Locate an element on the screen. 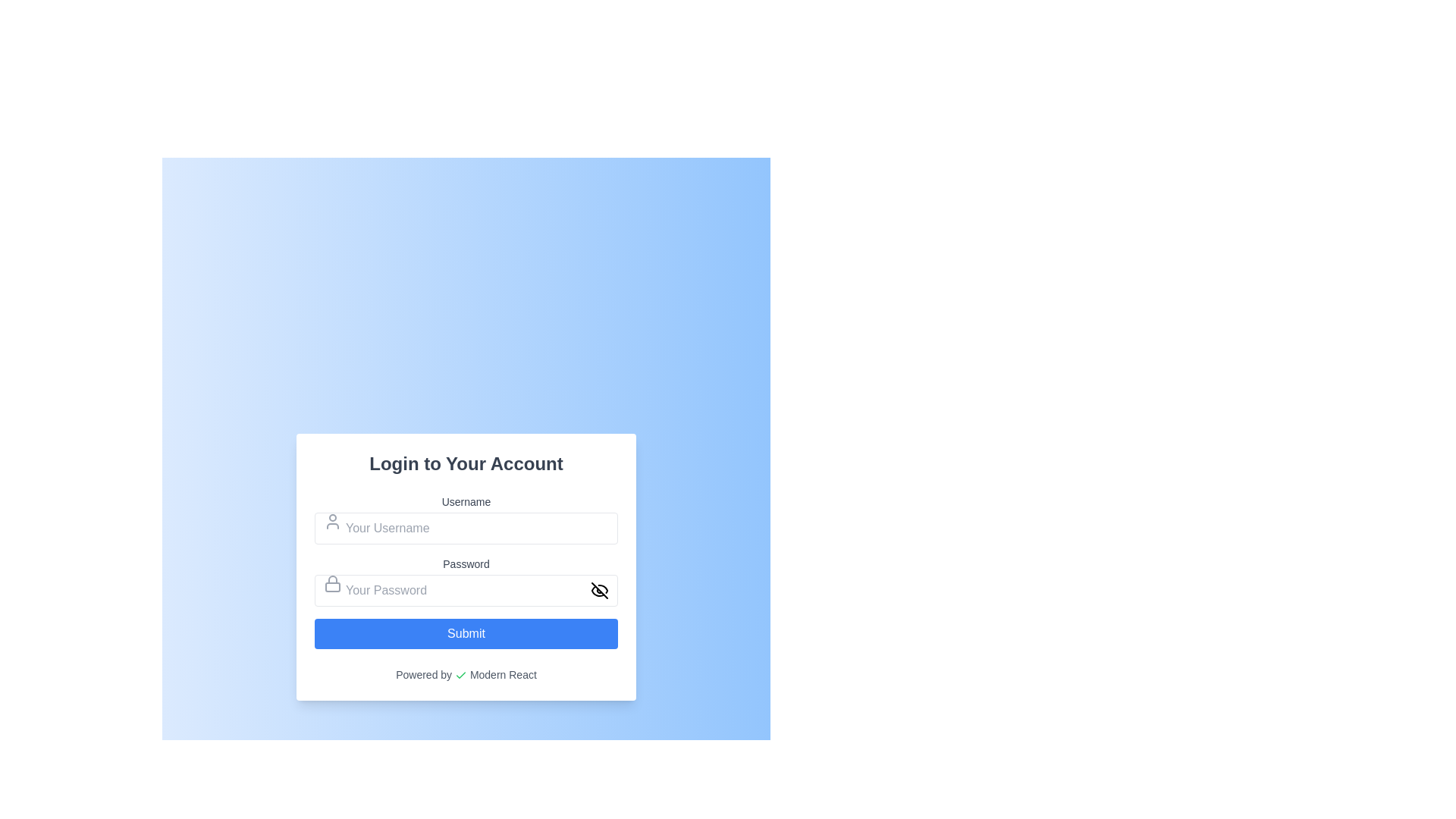 The height and width of the screenshot is (819, 1456). the text with inline icon located at the bottom of the interface card, below the 'Submit' button, which provides attribution or branding information is located at coordinates (465, 674).